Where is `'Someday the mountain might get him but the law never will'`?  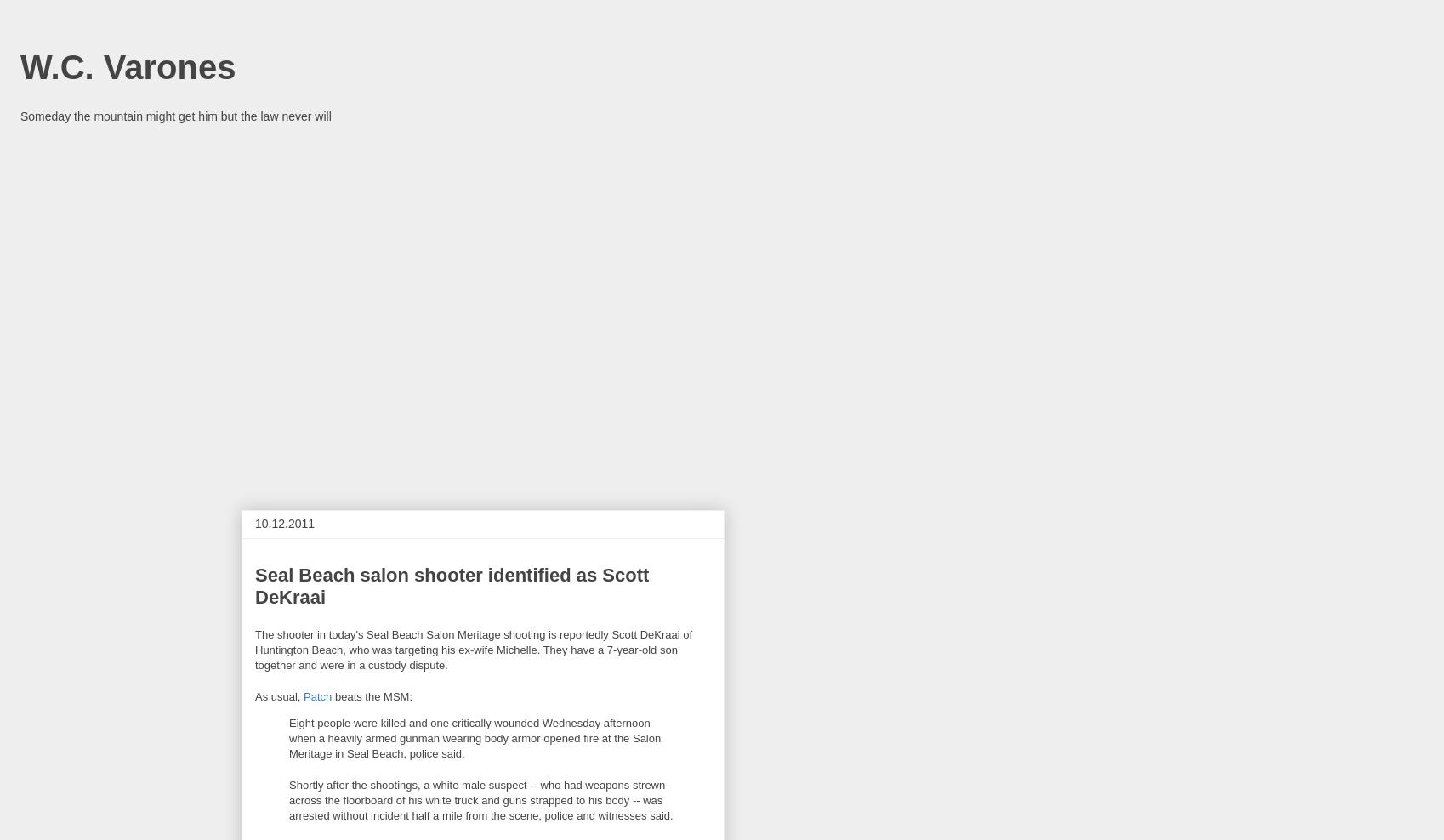 'Someday the mountain might get him but the law never will' is located at coordinates (175, 115).